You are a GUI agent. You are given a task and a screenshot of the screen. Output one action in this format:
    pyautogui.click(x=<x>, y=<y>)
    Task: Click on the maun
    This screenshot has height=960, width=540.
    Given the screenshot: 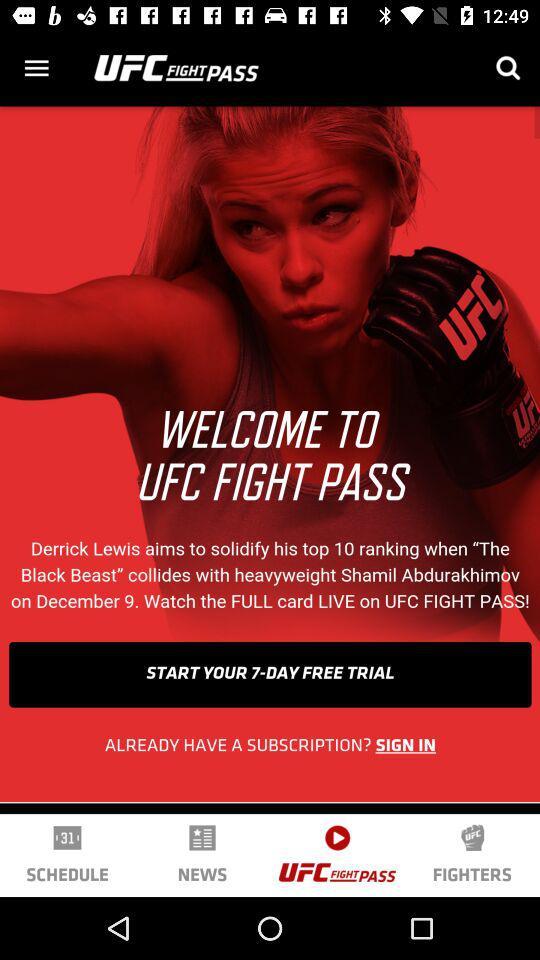 What is the action you would take?
    pyautogui.click(x=36, y=68)
    